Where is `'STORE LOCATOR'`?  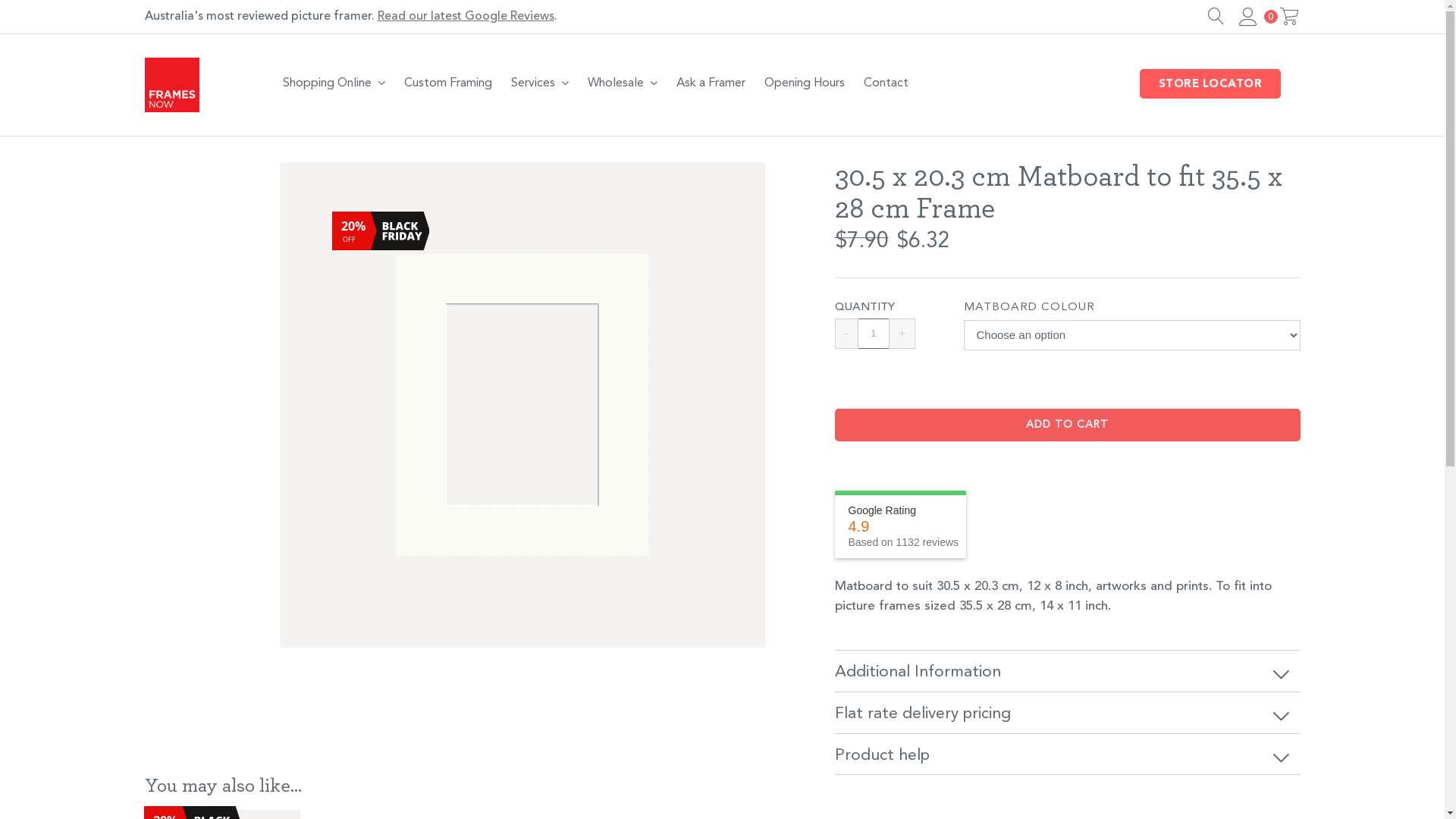 'STORE LOCATOR' is located at coordinates (1210, 83).